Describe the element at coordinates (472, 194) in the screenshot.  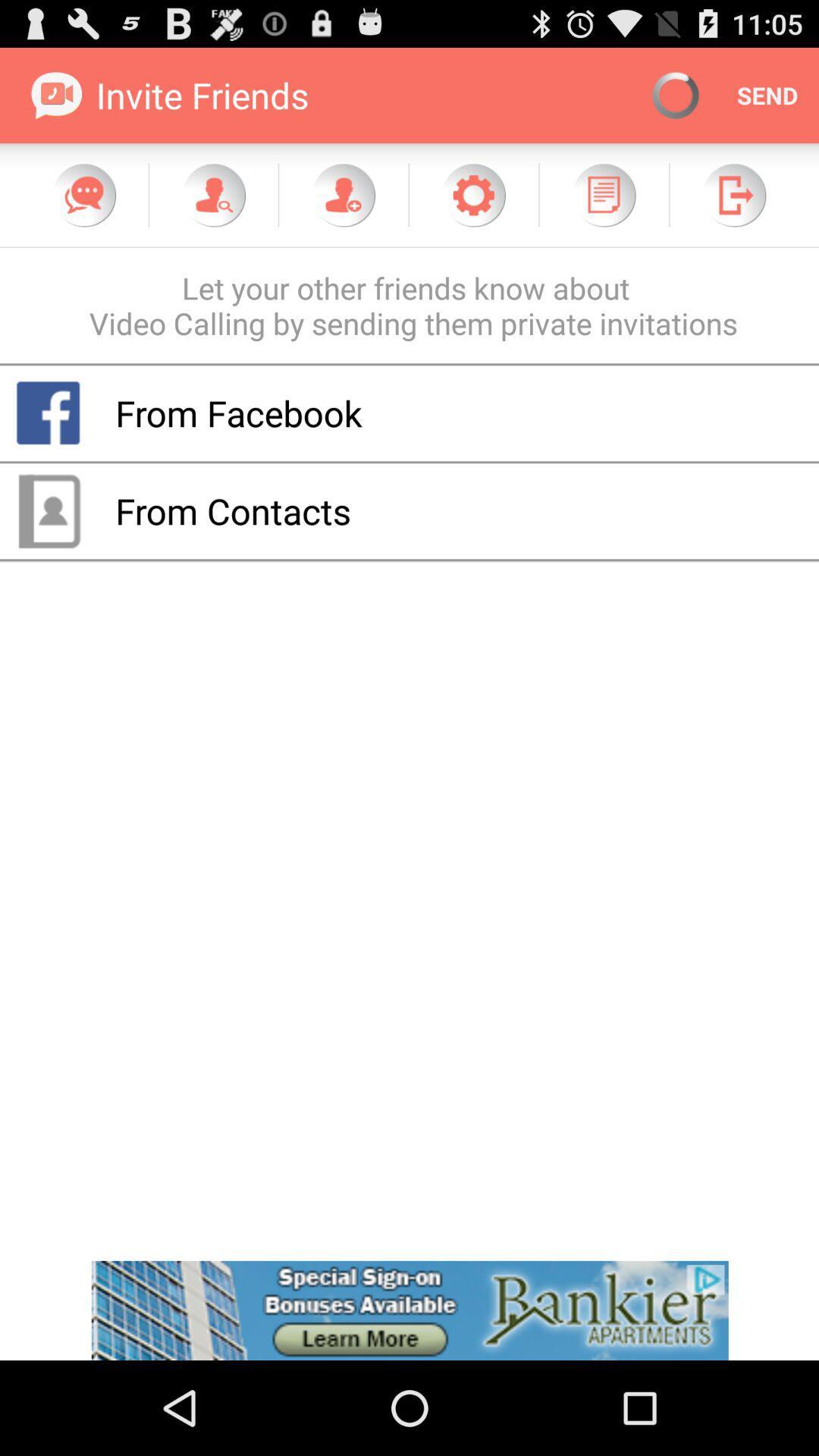
I see `settings optin` at that location.